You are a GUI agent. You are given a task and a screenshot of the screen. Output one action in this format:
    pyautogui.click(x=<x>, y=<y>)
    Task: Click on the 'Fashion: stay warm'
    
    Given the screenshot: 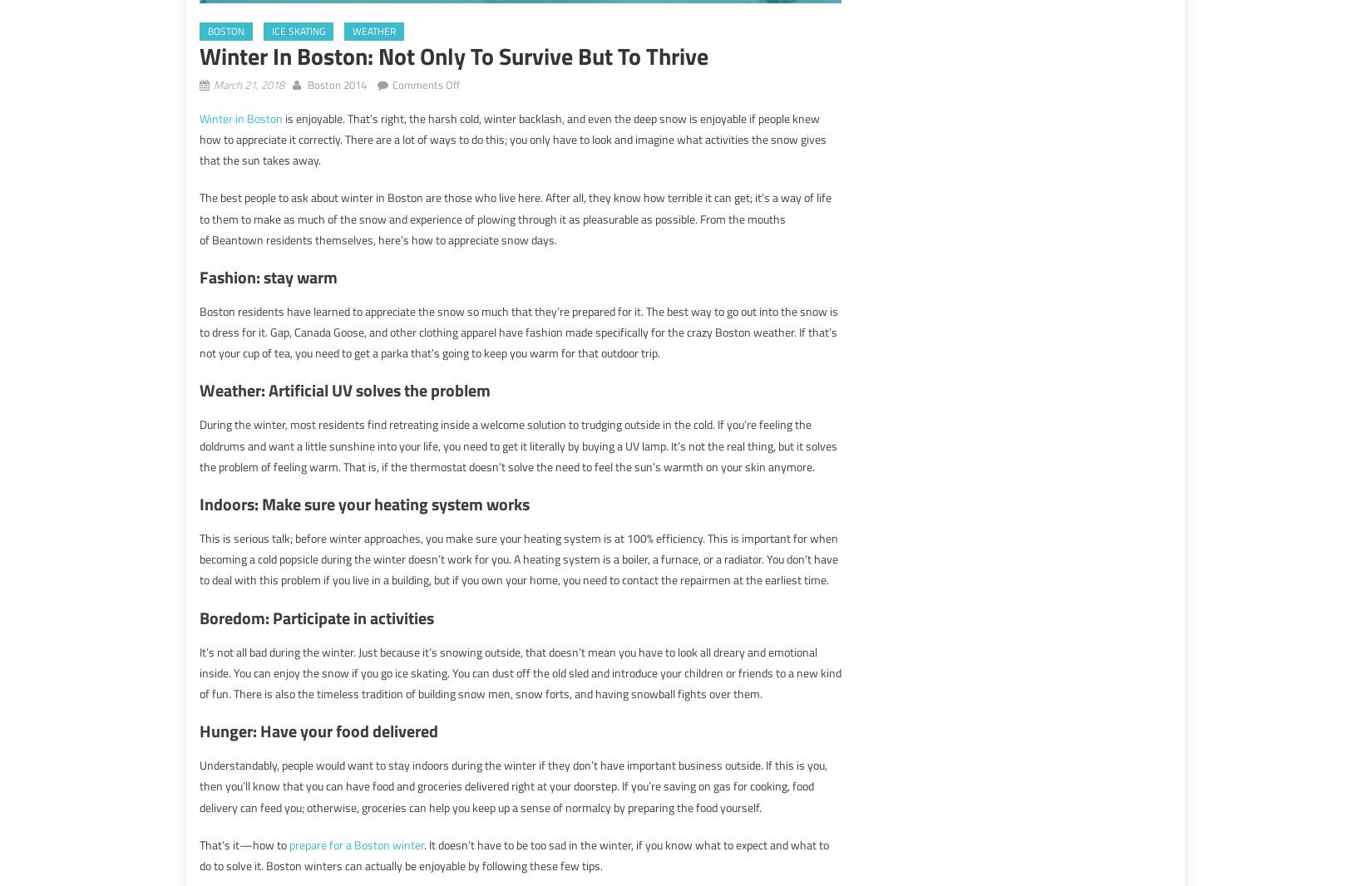 What is the action you would take?
    pyautogui.click(x=269, y=276)
    